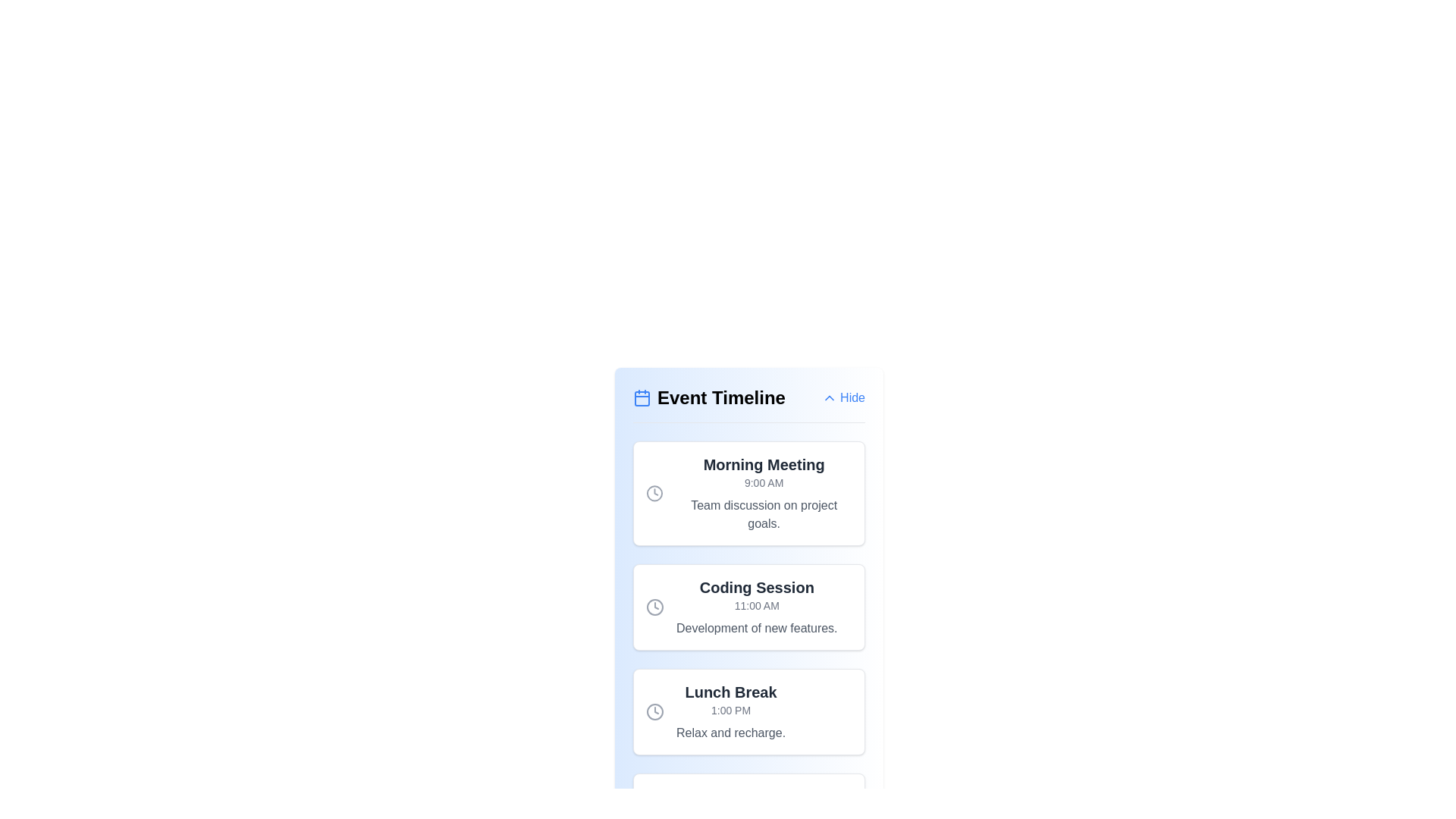 The width and height of the screenshot is (1456, 819). Describe the element at coordinates (757, 607) in the screenshot. I see `the text display component located centrally within the second event card of the vertical timeline, which provides details about the scheduled event` at that location.